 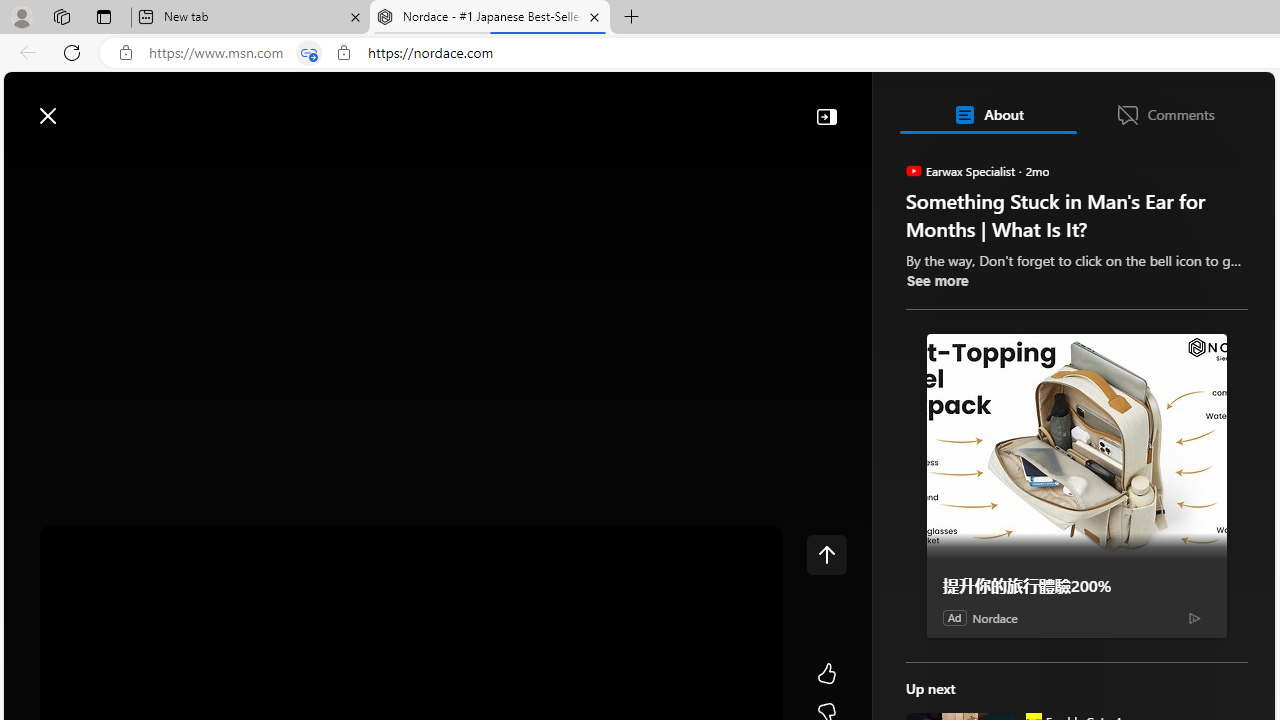 What do you see at coordinates (826, 555) in the screenshot?
I see `'Class: control icon-only'` at bounding box center [826, 555].